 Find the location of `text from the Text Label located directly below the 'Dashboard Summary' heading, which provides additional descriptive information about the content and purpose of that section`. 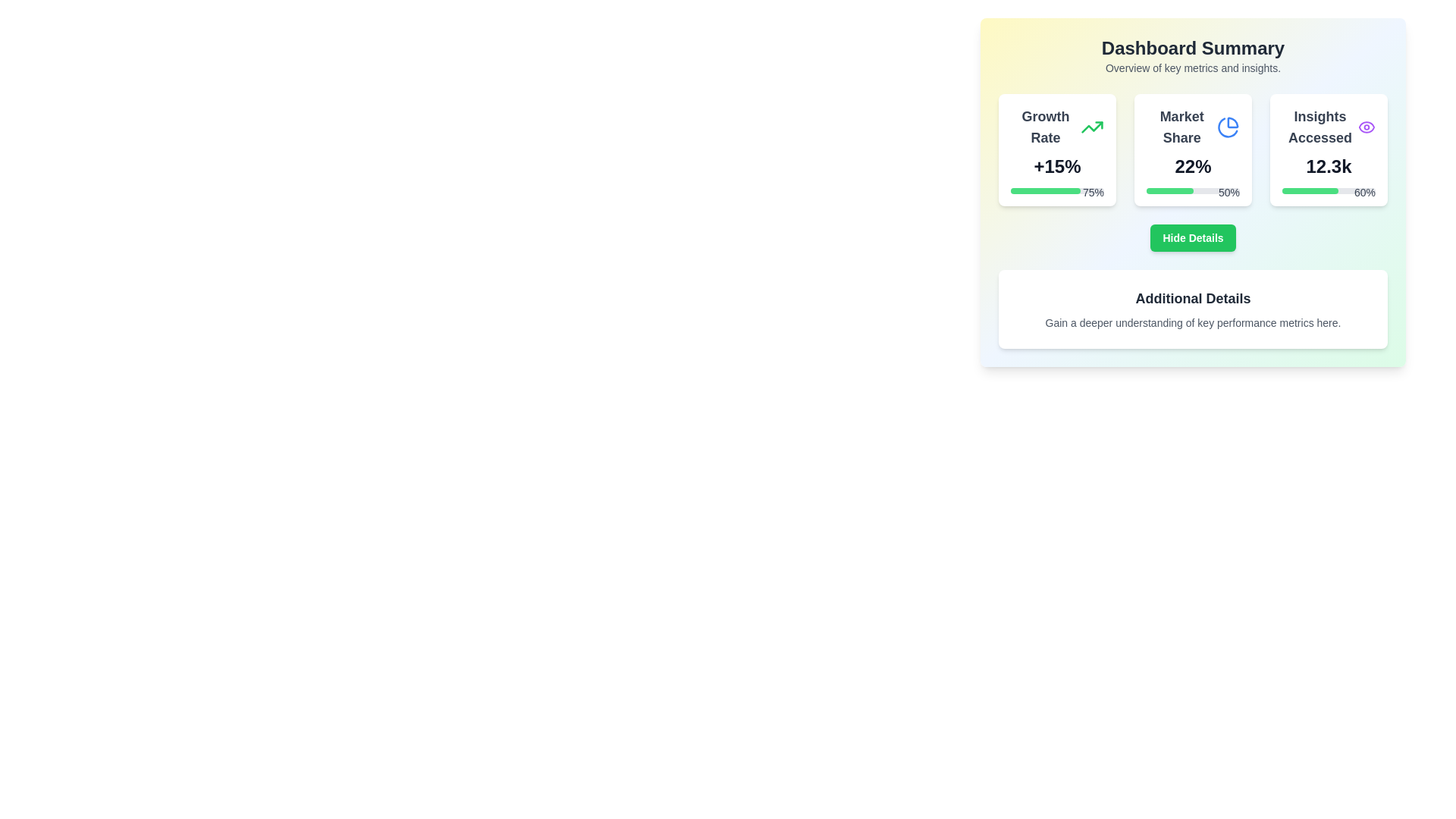

text from the Text Label located directly below the 'Dashboard Summary' heading, which provides additional descriptive information about the content and purpose of that section is located at coordinates (1192, 67).